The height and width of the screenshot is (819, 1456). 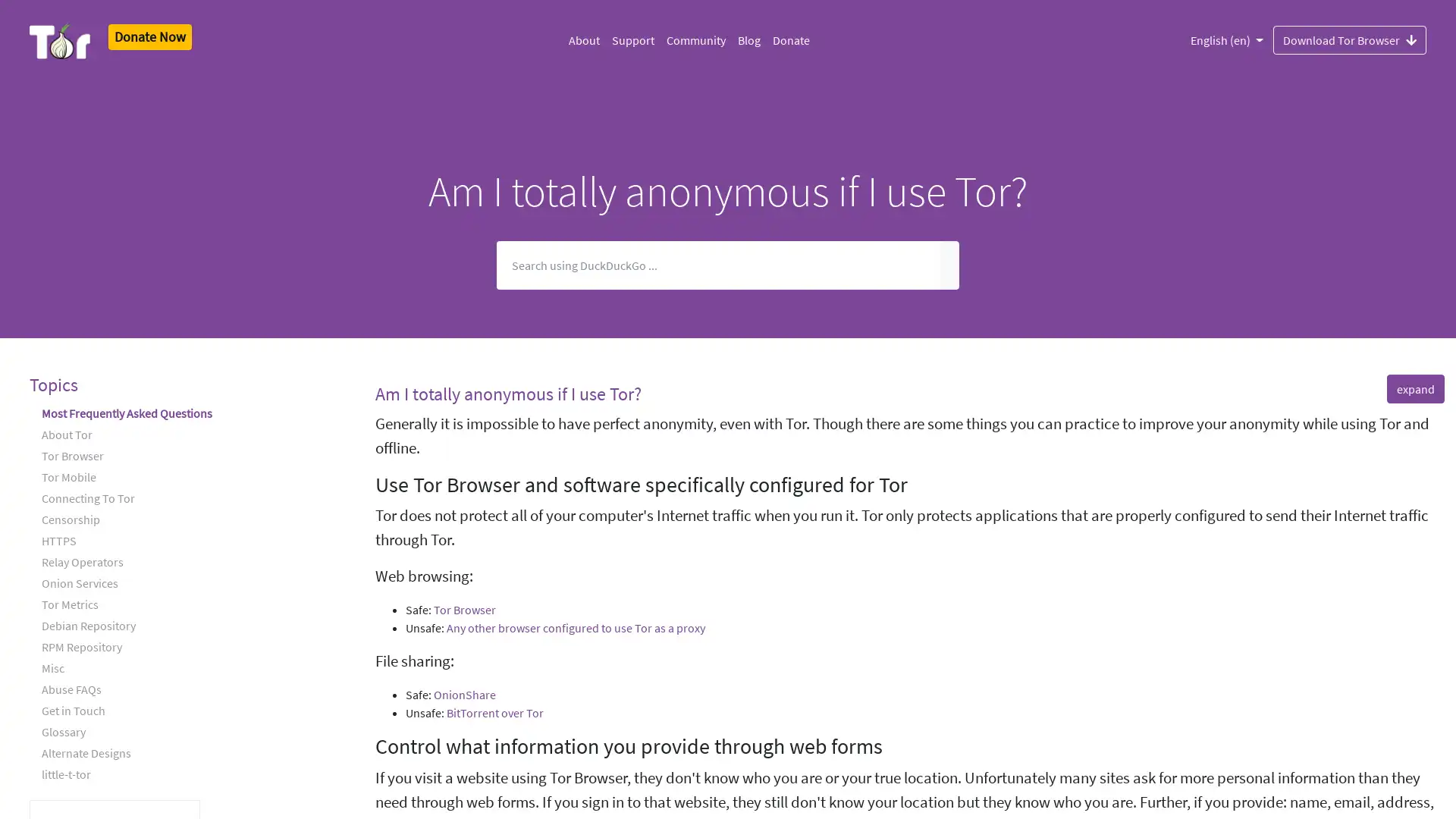 What do you see at coordinates (187, 497) in the screenshot?
I see `Connecting To Tor` at bounding box center [187, 497].